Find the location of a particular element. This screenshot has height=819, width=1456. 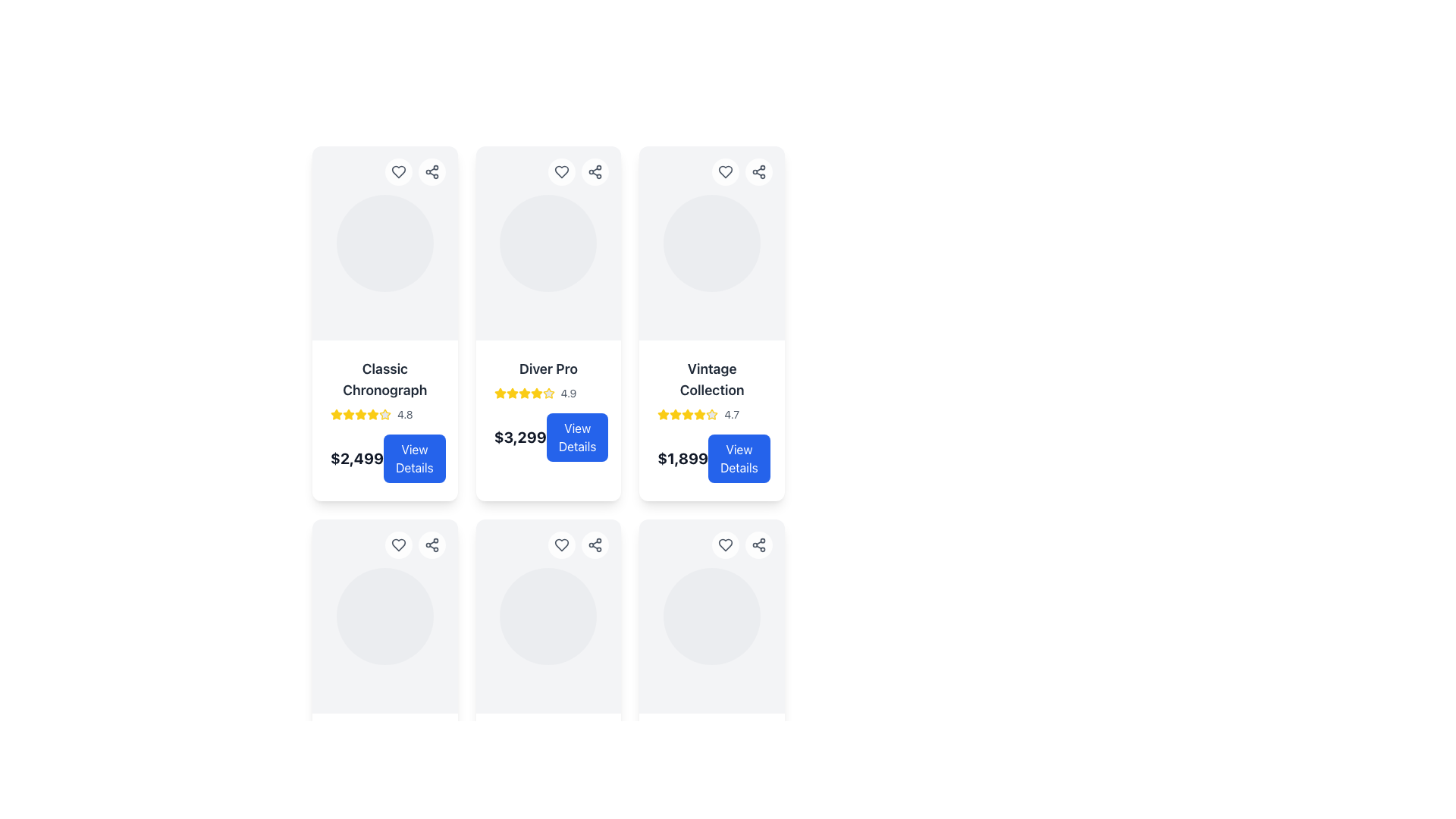

the favorite icon located in the upper-left region of the middle card in the bottom row to mark an item as favorite is located at coordinates (398, 544).